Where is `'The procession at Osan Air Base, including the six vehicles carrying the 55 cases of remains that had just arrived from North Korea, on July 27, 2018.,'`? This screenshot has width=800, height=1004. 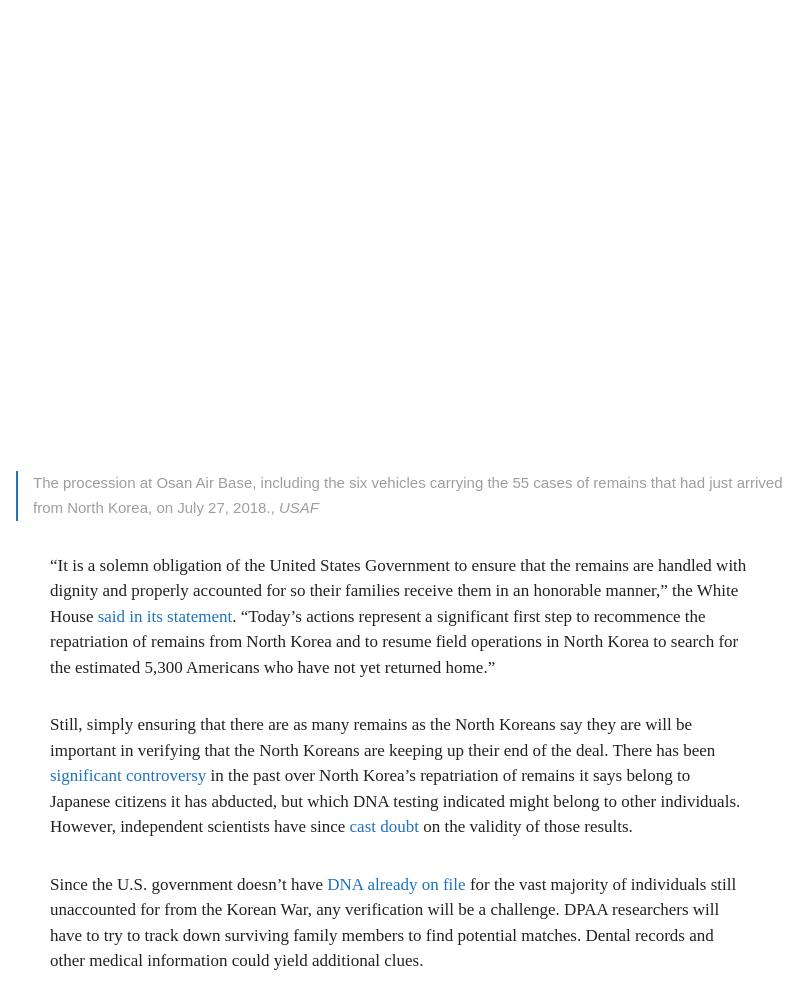 'The procession at Osan Air Base, including the six vehicles carrying the 55 cases of remains that had just arrived from North Korea, on July 27, 2018.,' is located at coordinates (33, 492).